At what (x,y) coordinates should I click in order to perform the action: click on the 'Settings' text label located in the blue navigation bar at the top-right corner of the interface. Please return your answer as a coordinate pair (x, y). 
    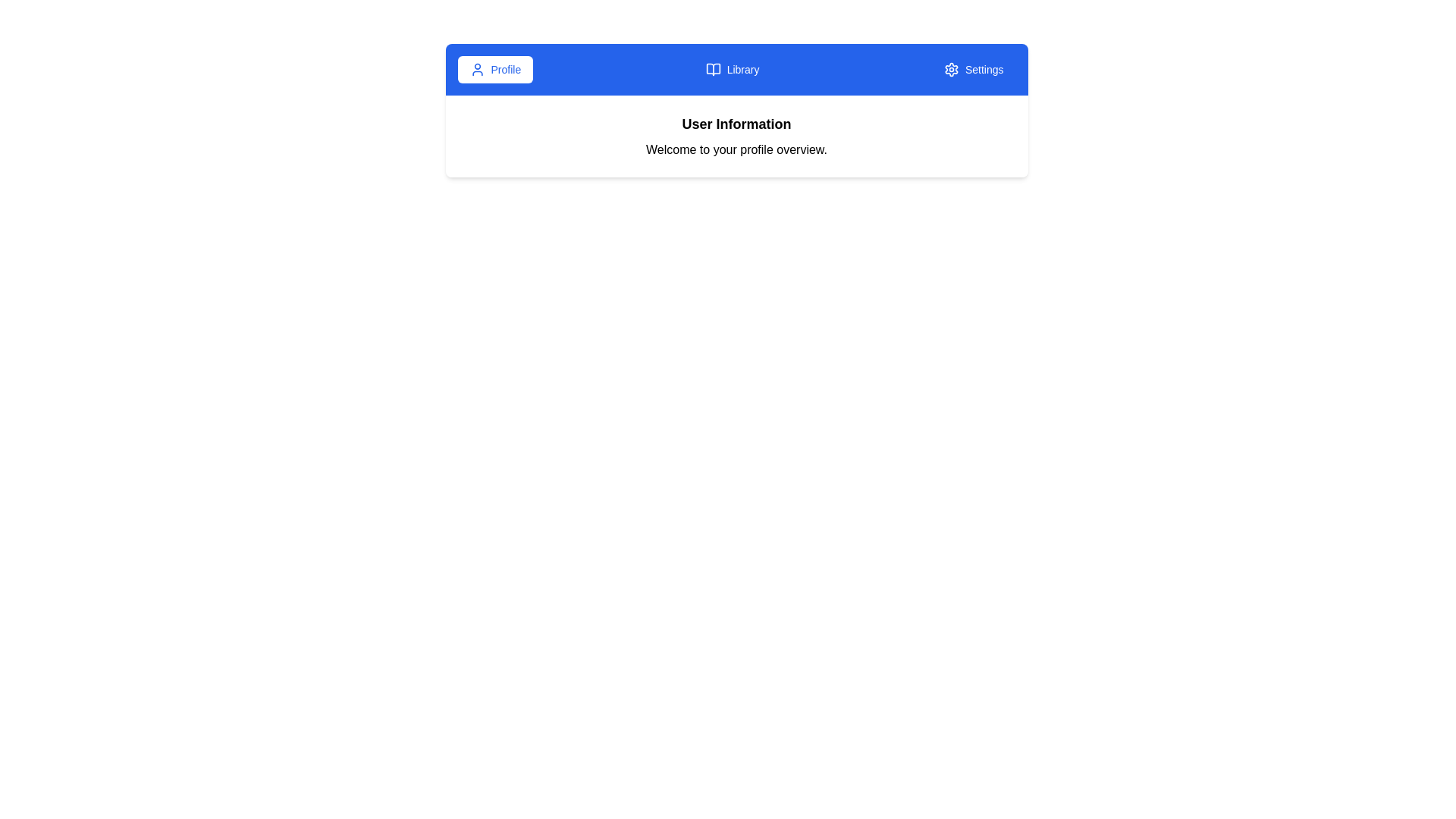
    Looking at the image, I should click on (984, 70).